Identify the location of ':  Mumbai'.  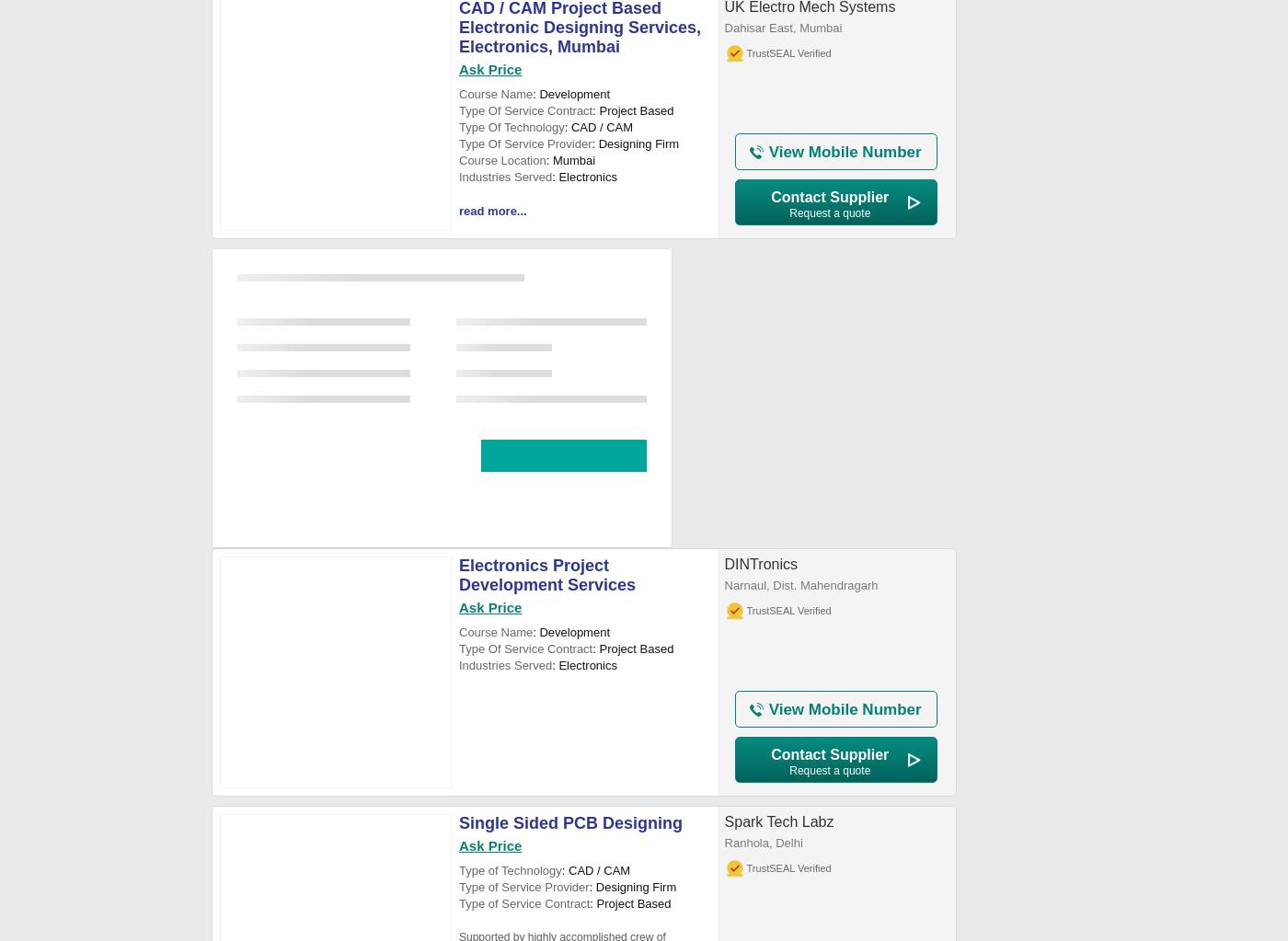
(546, 160).